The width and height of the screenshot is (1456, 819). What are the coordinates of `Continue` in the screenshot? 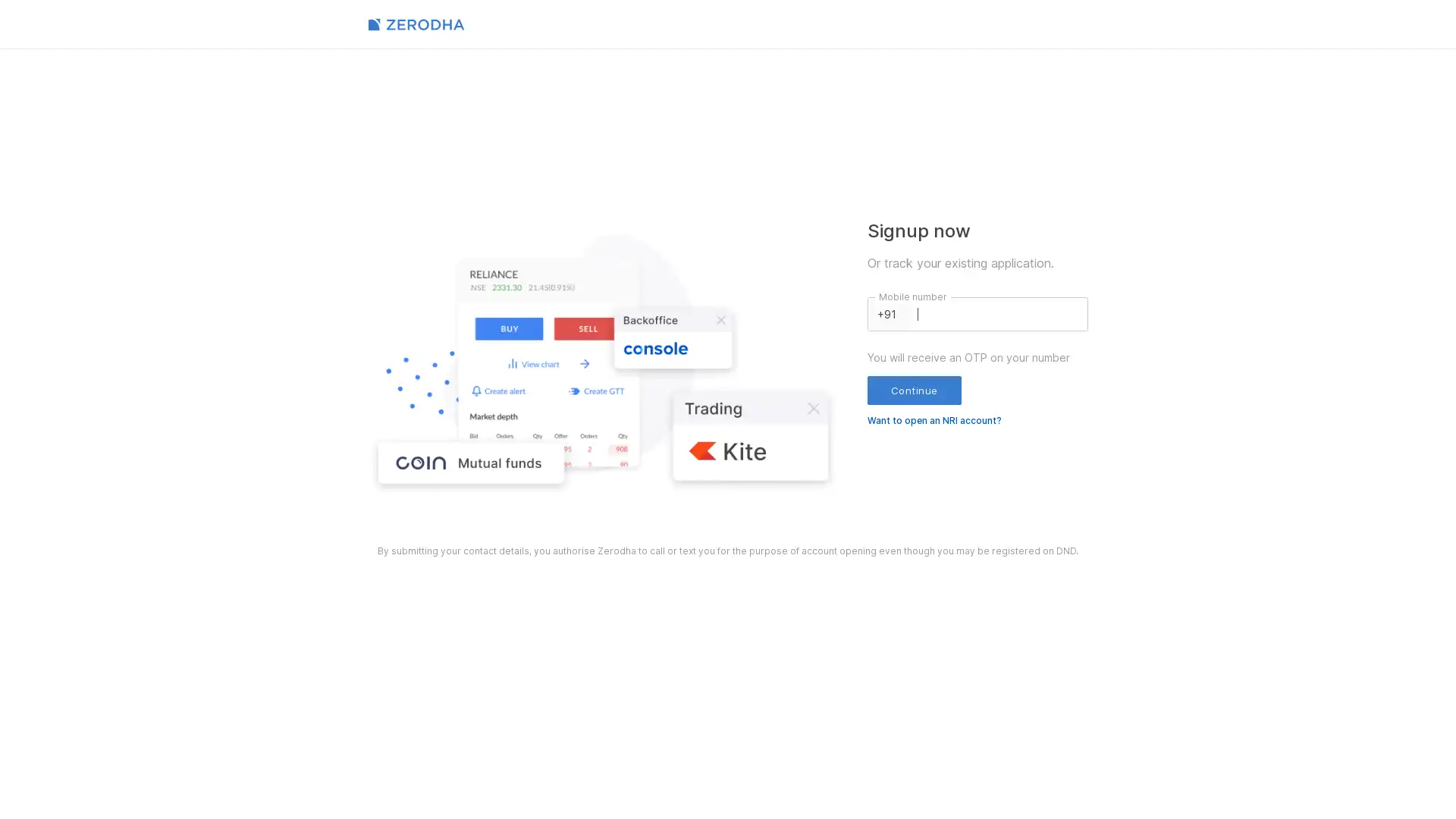 It's located at (912, 406).